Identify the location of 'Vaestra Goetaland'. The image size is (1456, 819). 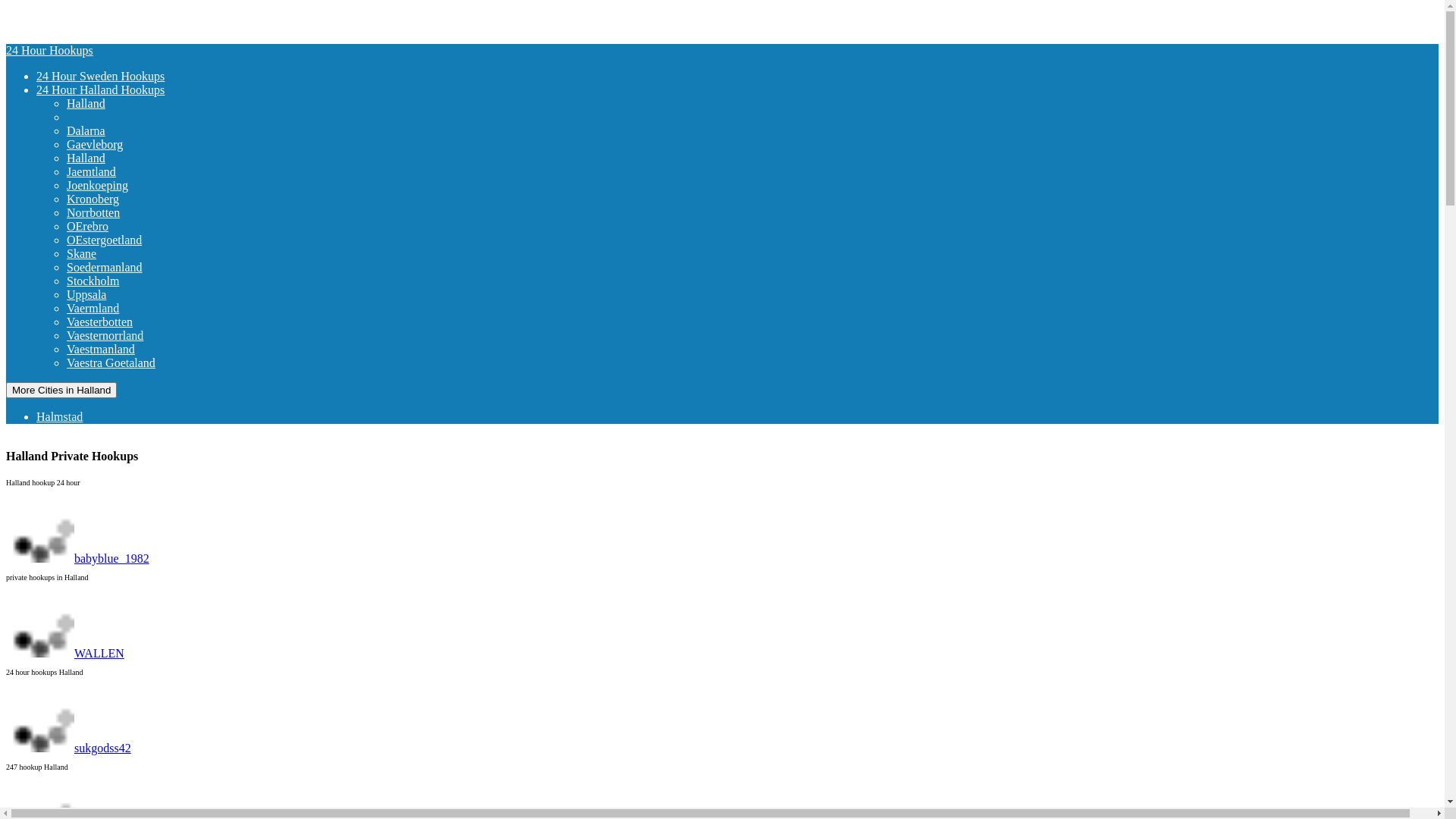
(137, 362).